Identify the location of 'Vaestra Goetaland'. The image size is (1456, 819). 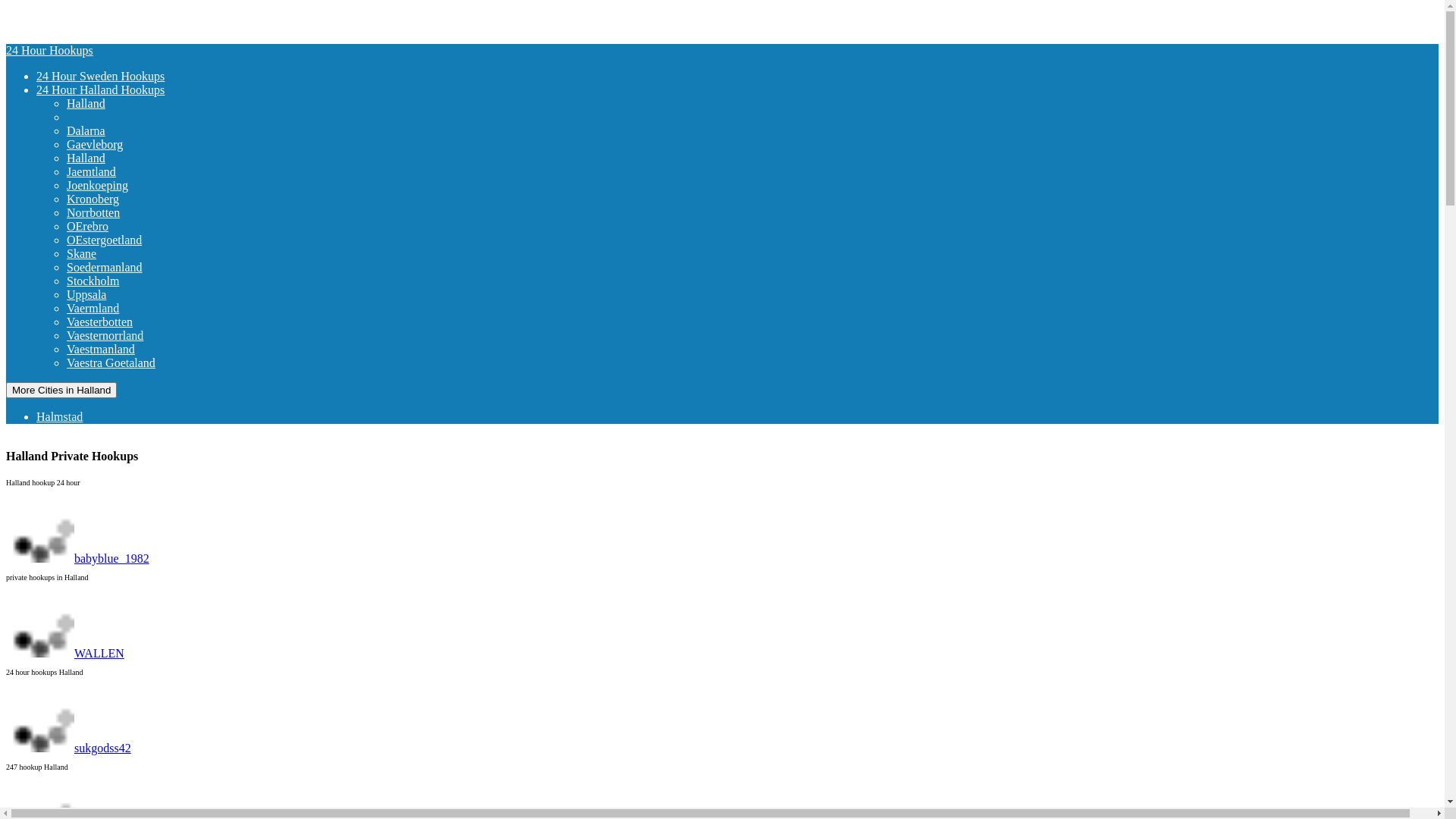
(137, 362).